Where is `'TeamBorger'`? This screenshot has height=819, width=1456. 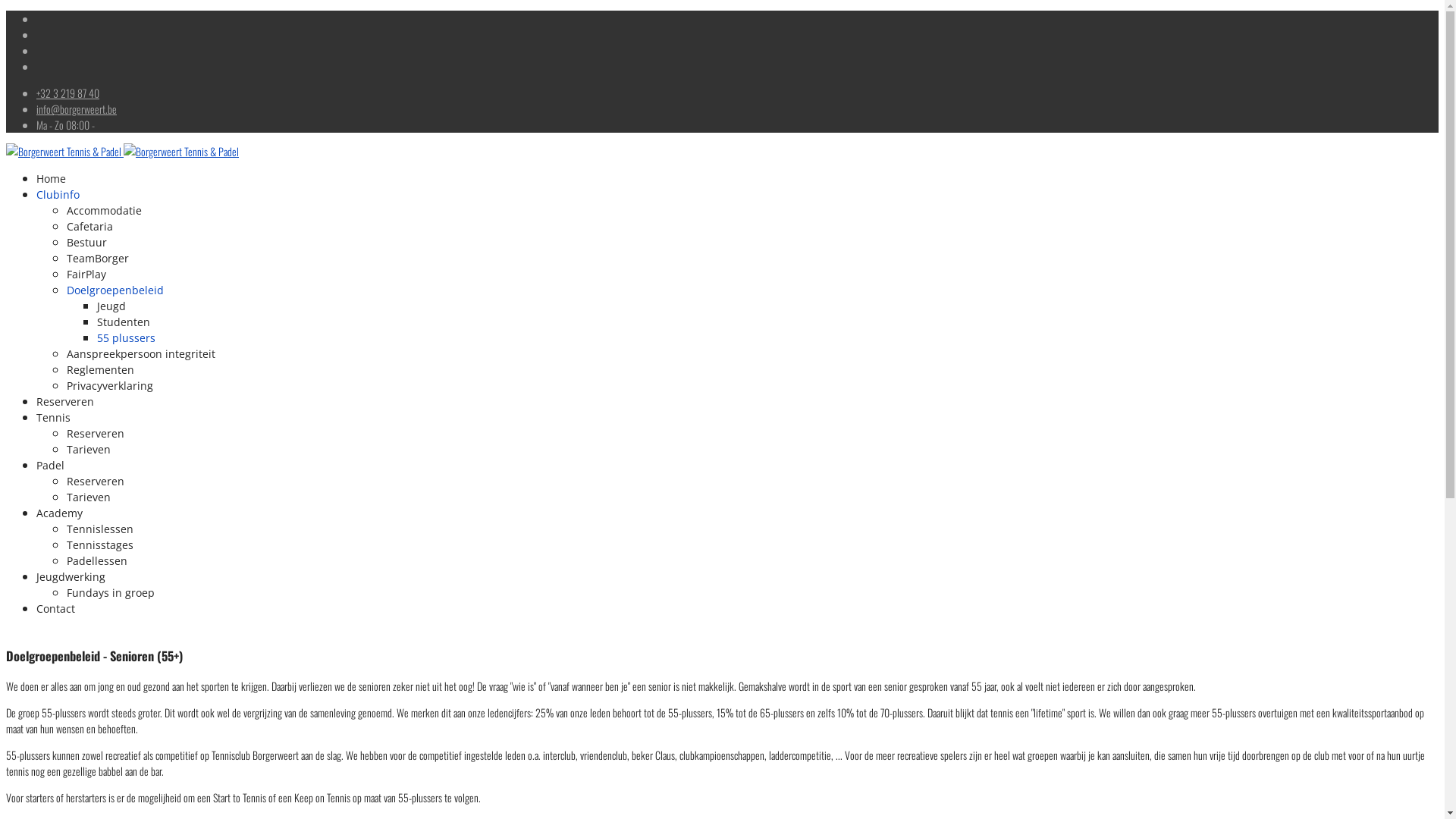
'TeamBorger' is located at coordinates (65, 257).